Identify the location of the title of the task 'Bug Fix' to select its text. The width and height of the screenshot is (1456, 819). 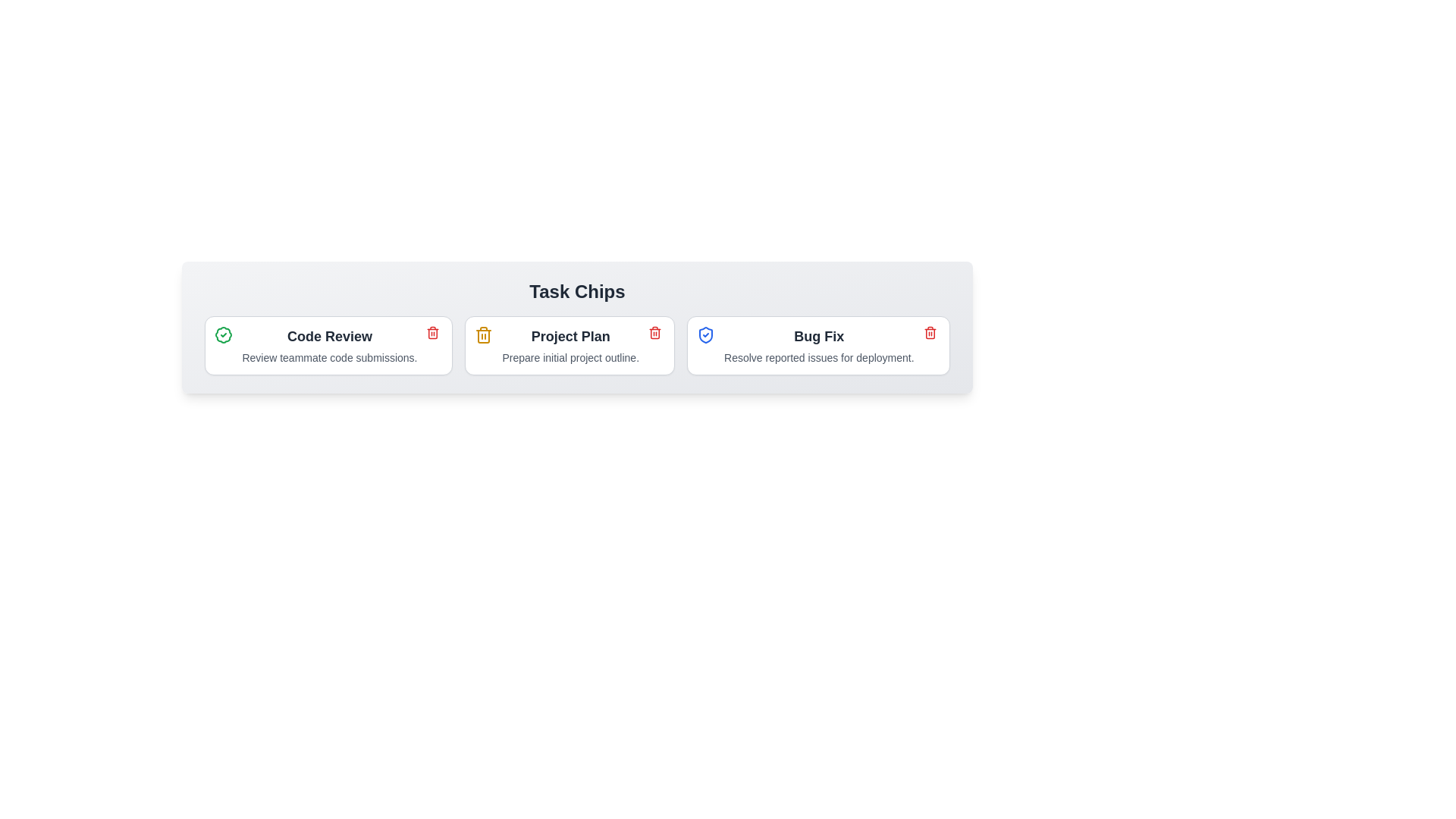
(818, 335).